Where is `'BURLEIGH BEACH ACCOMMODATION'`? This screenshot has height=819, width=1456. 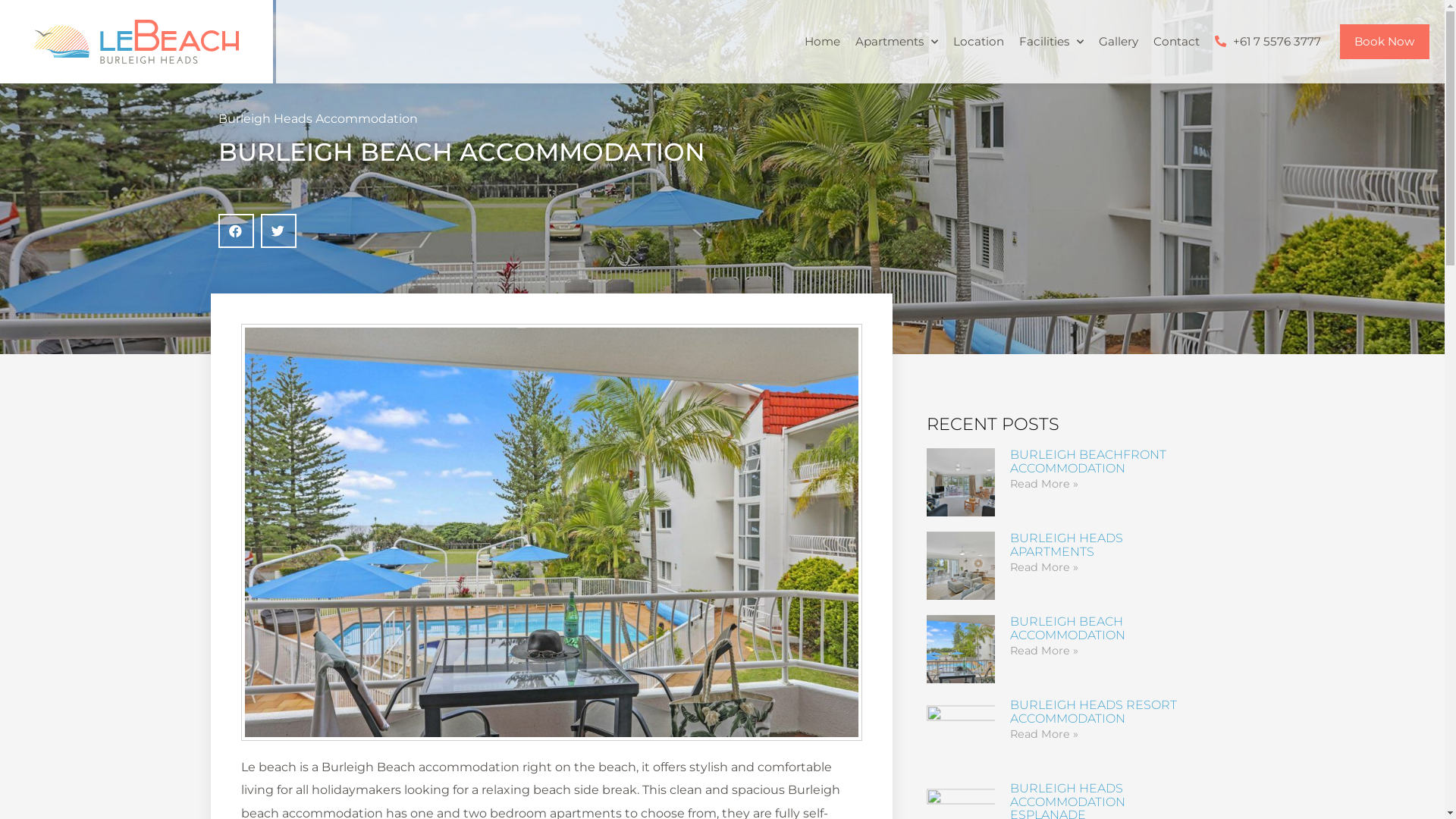
'BURLEIGH BEACH ACCOMMODATION' is located at coordinates (1066, 628).